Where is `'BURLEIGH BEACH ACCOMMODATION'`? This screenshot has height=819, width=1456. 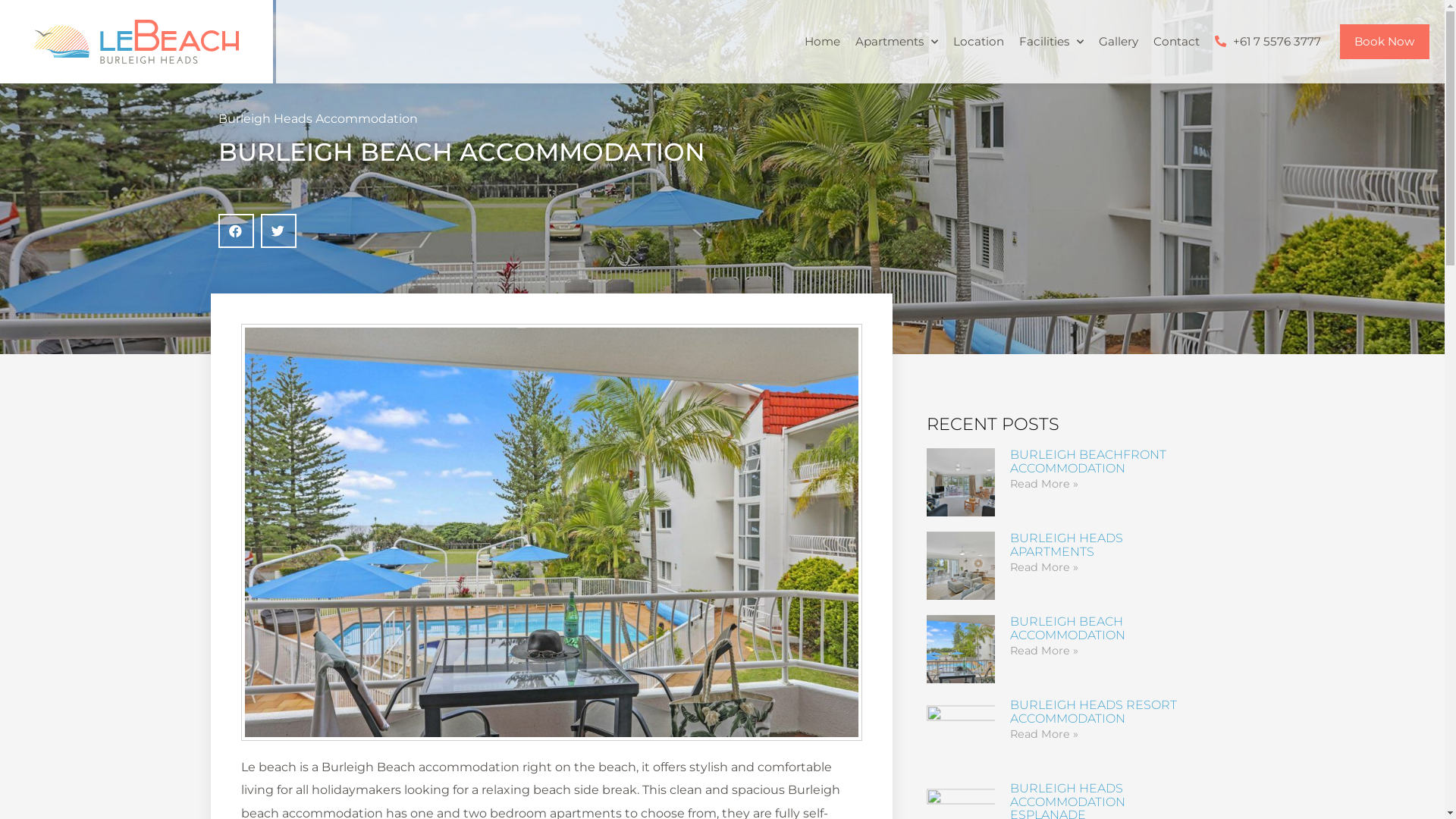
'BURLEIGH BEACH ACCOMMODATION' is located at coordinates (1066, 628).